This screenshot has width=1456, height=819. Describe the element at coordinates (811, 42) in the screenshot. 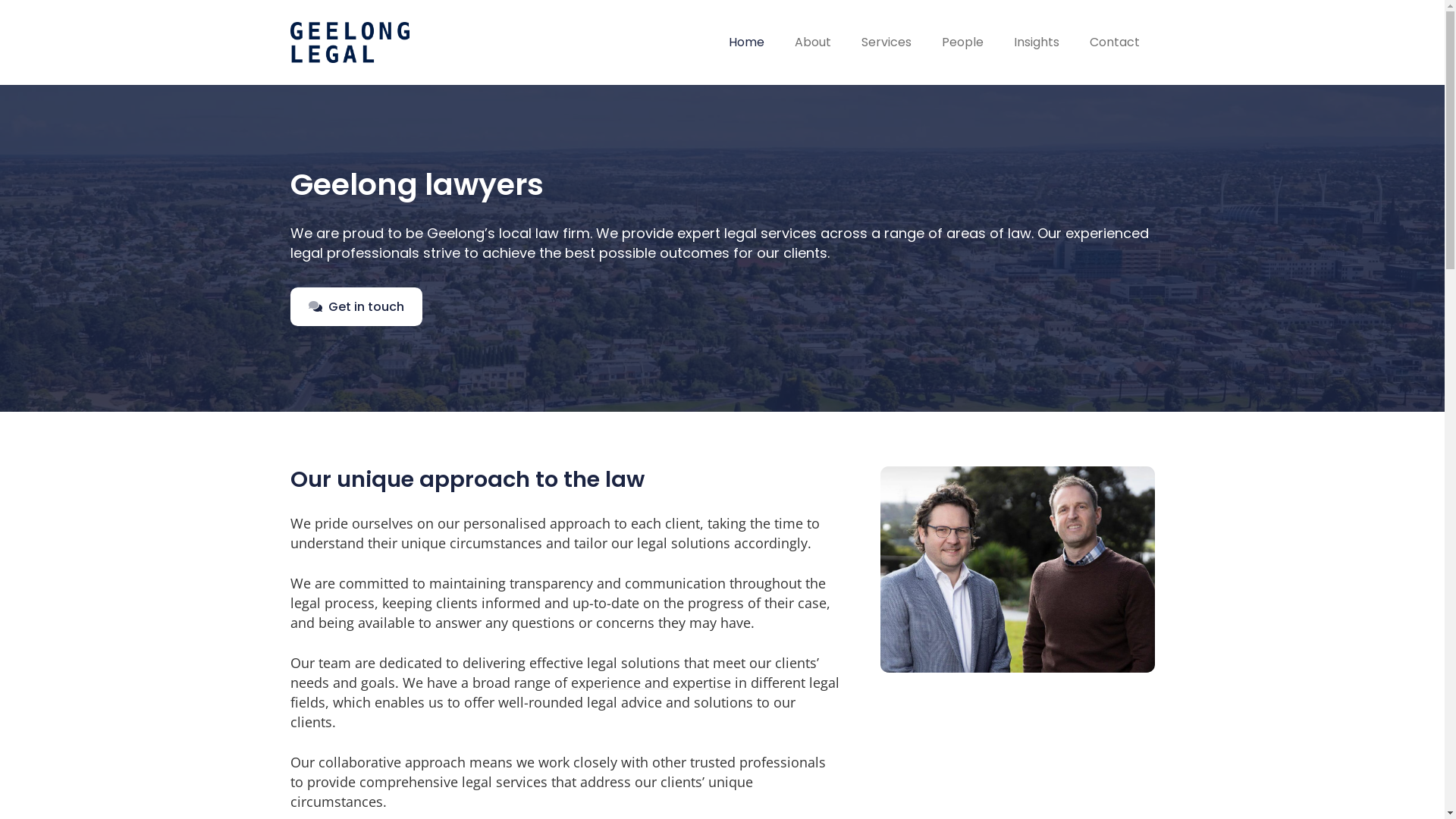

I see `'About'` at that location.